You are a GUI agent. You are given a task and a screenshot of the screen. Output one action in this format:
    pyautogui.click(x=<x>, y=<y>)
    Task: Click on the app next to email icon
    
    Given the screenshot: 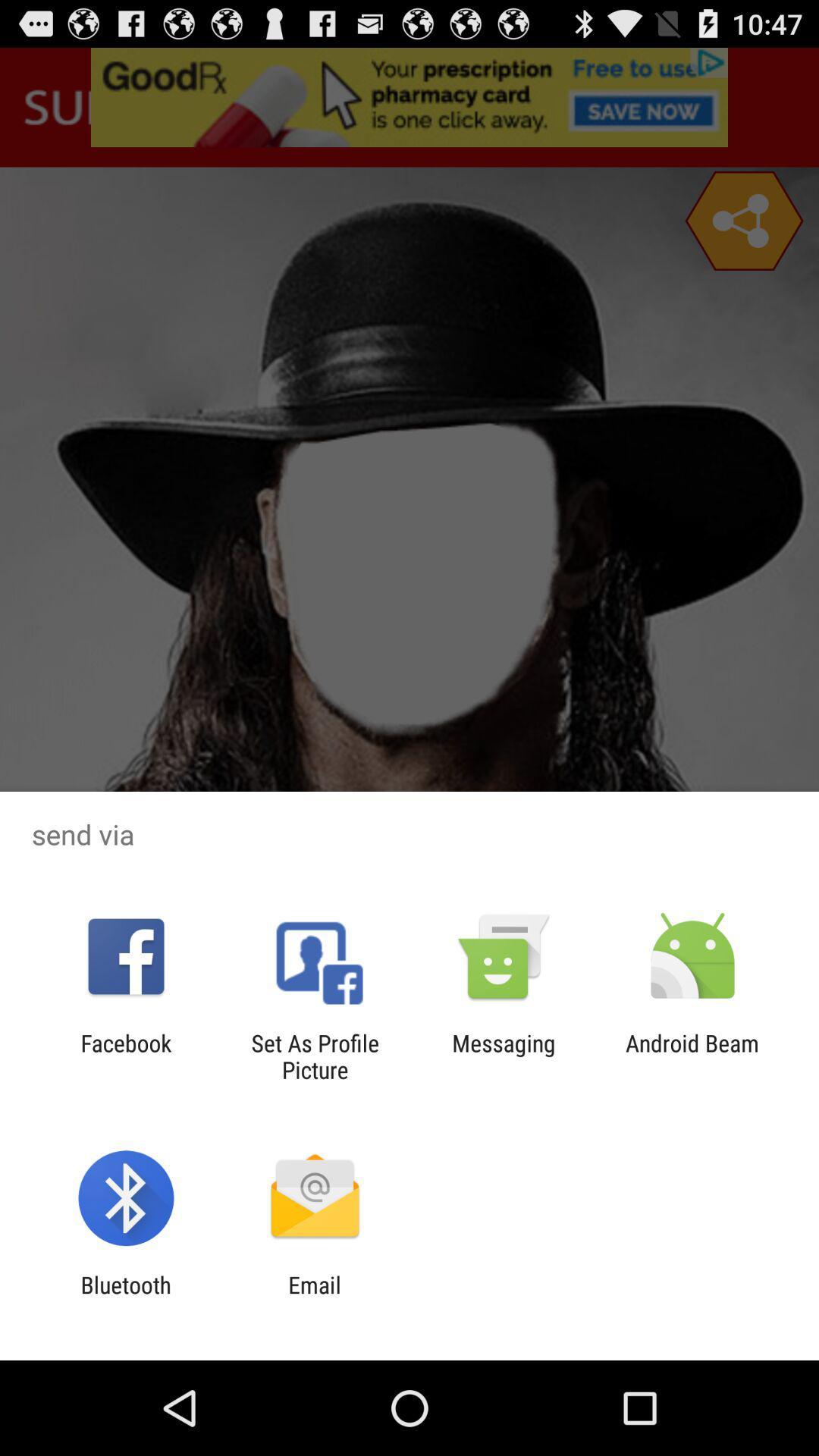 What is the action you would take?
    pyautogui.click(x=125, y=1298)
    